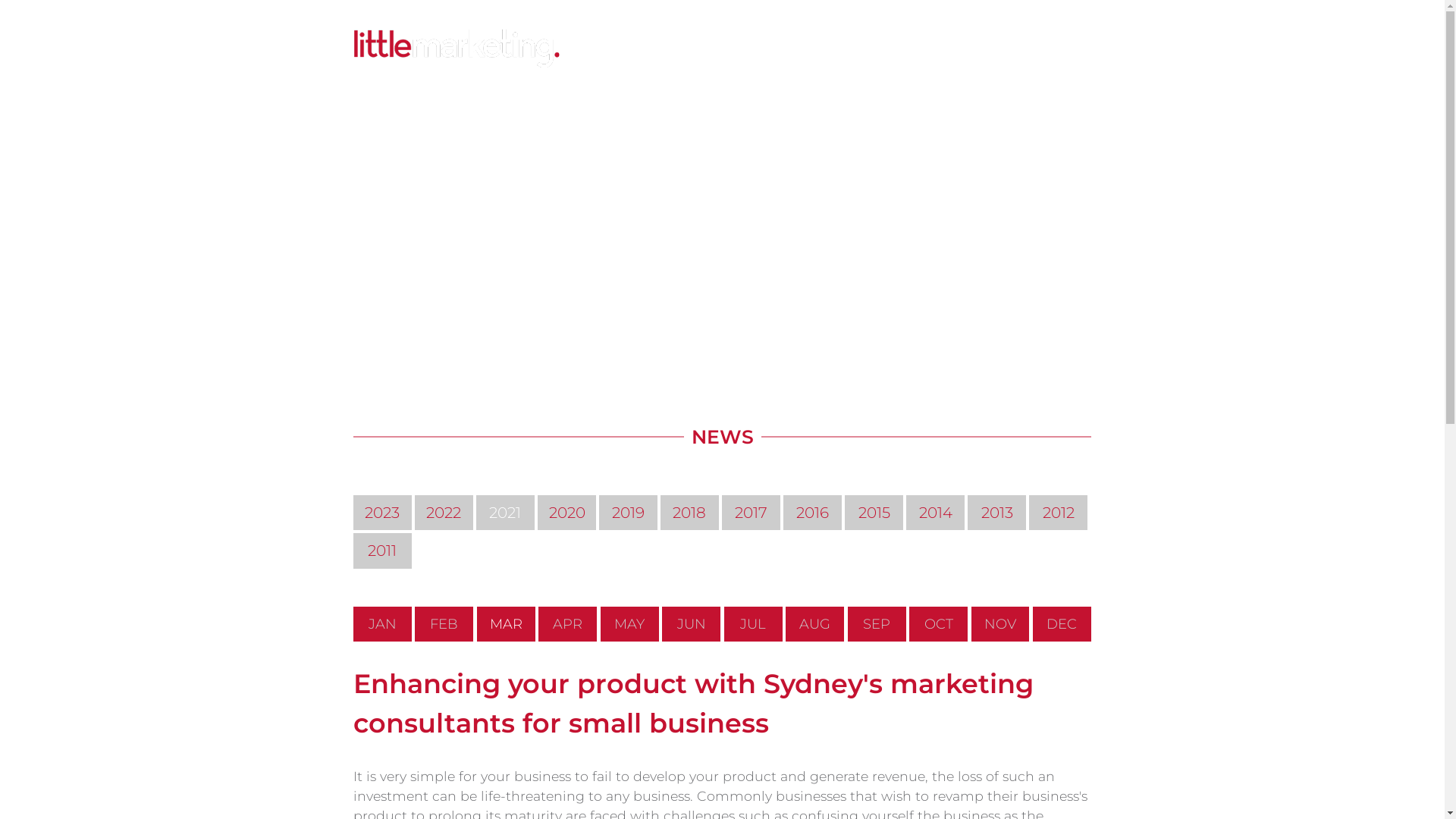 The height and width of the screenshot is (819, 1456). What do you see at coordinates (633, 49) in the screenshot?
I see `'SERVICES'` at bounding box center [633, 49].